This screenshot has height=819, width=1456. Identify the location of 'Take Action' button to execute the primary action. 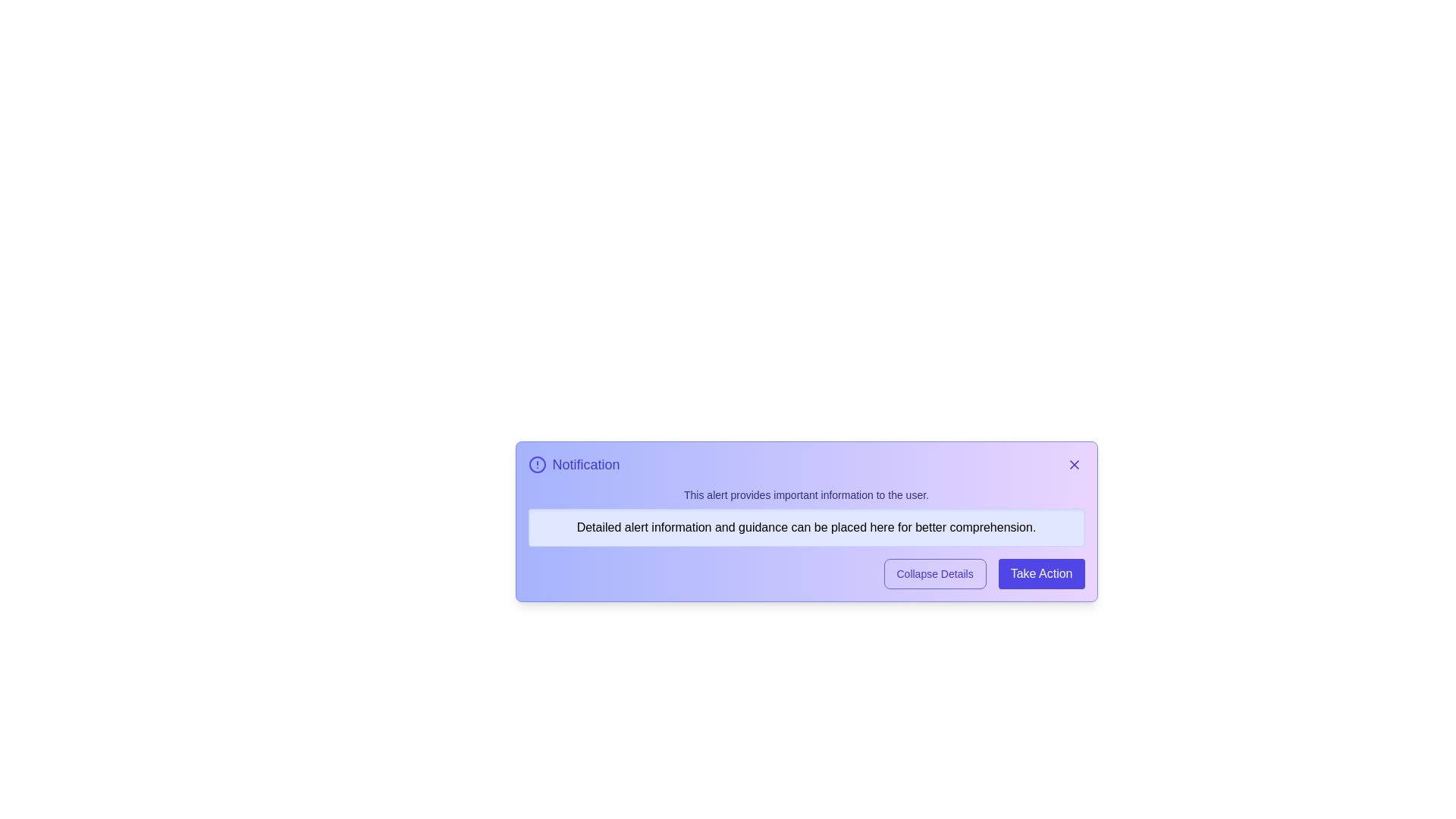
(1040, 573).